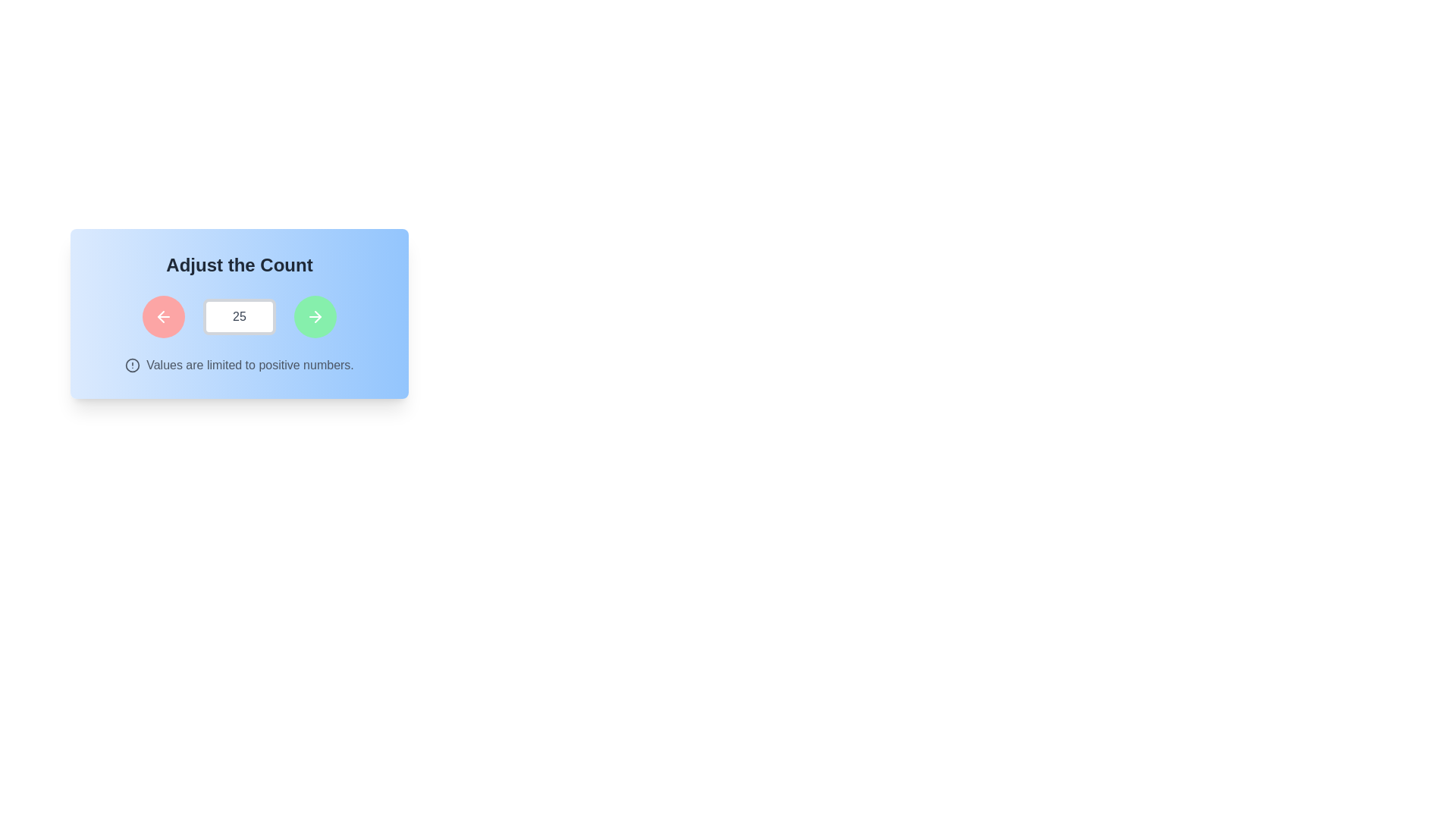 Image resolution: width=1456 pixels, height=819 pixels. I want to click on the decrement button located within the 'Adjust the Count' section to observe the hover effect, so click(164, 315).